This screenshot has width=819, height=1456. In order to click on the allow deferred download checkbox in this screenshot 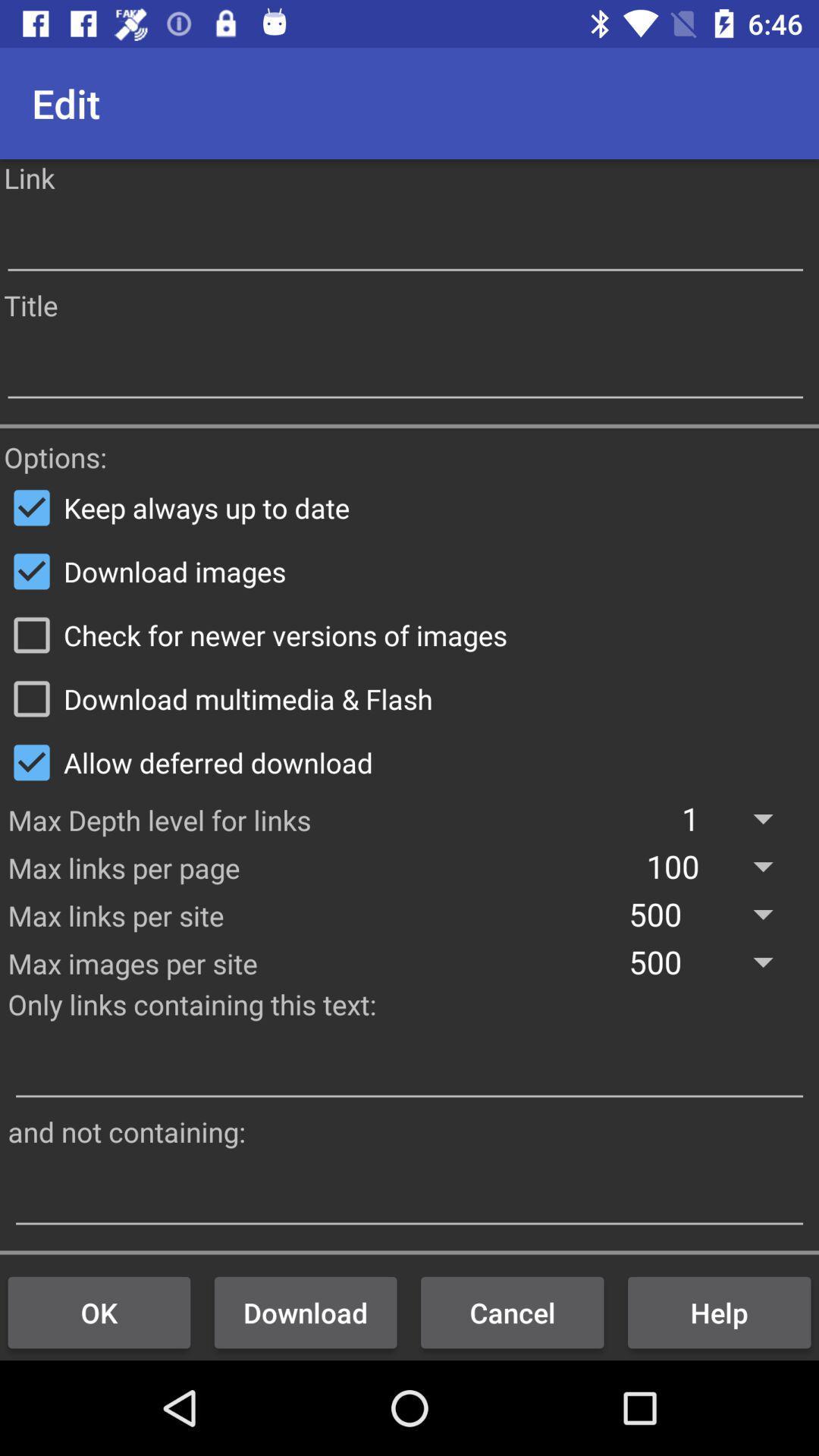, I will do `click(409, 762)`.